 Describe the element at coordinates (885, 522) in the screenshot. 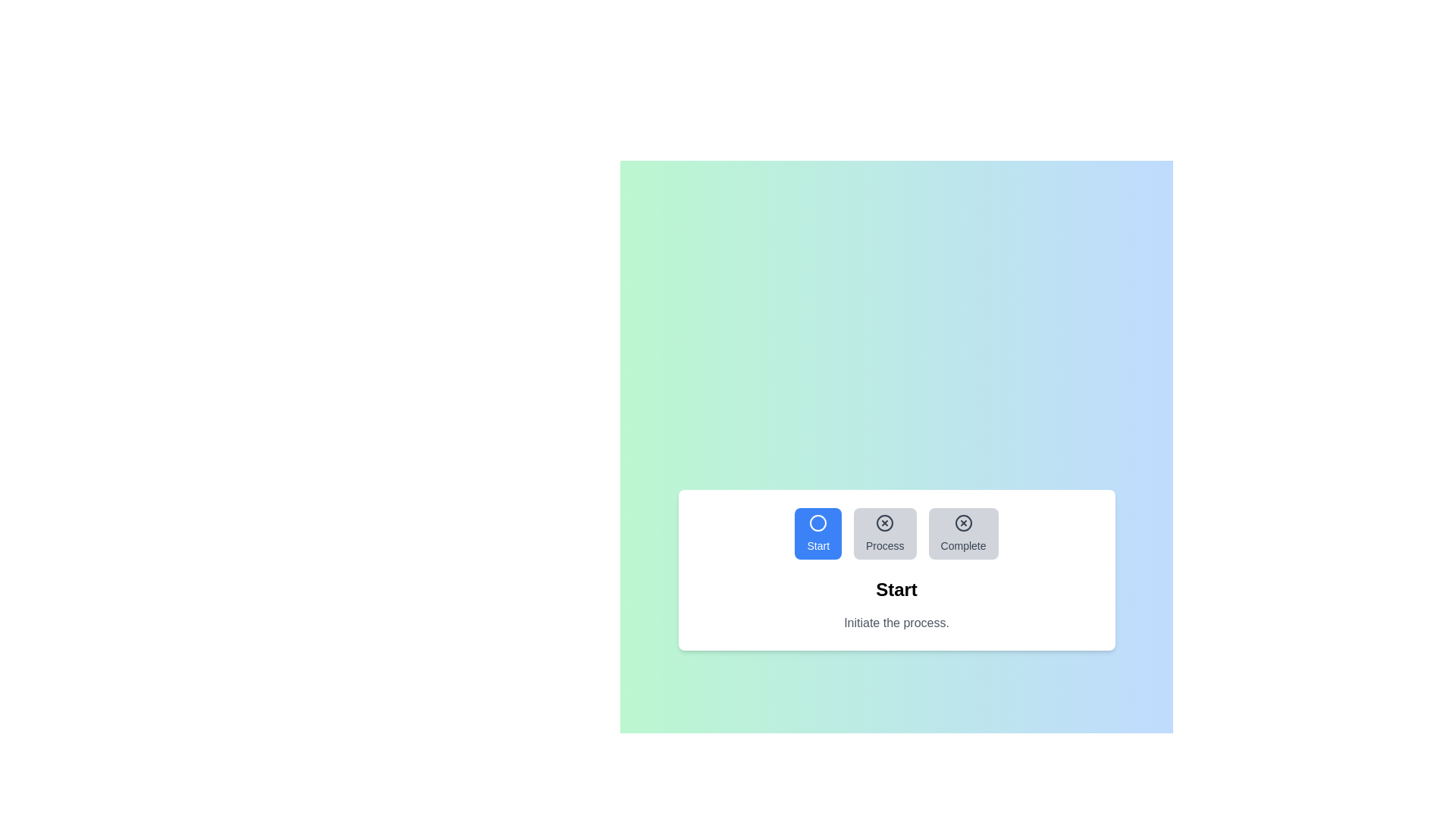

I see `the circular icon with a cross (X) in the center, which is part of the 'Process' button and located second from the left in the button group` at that location.